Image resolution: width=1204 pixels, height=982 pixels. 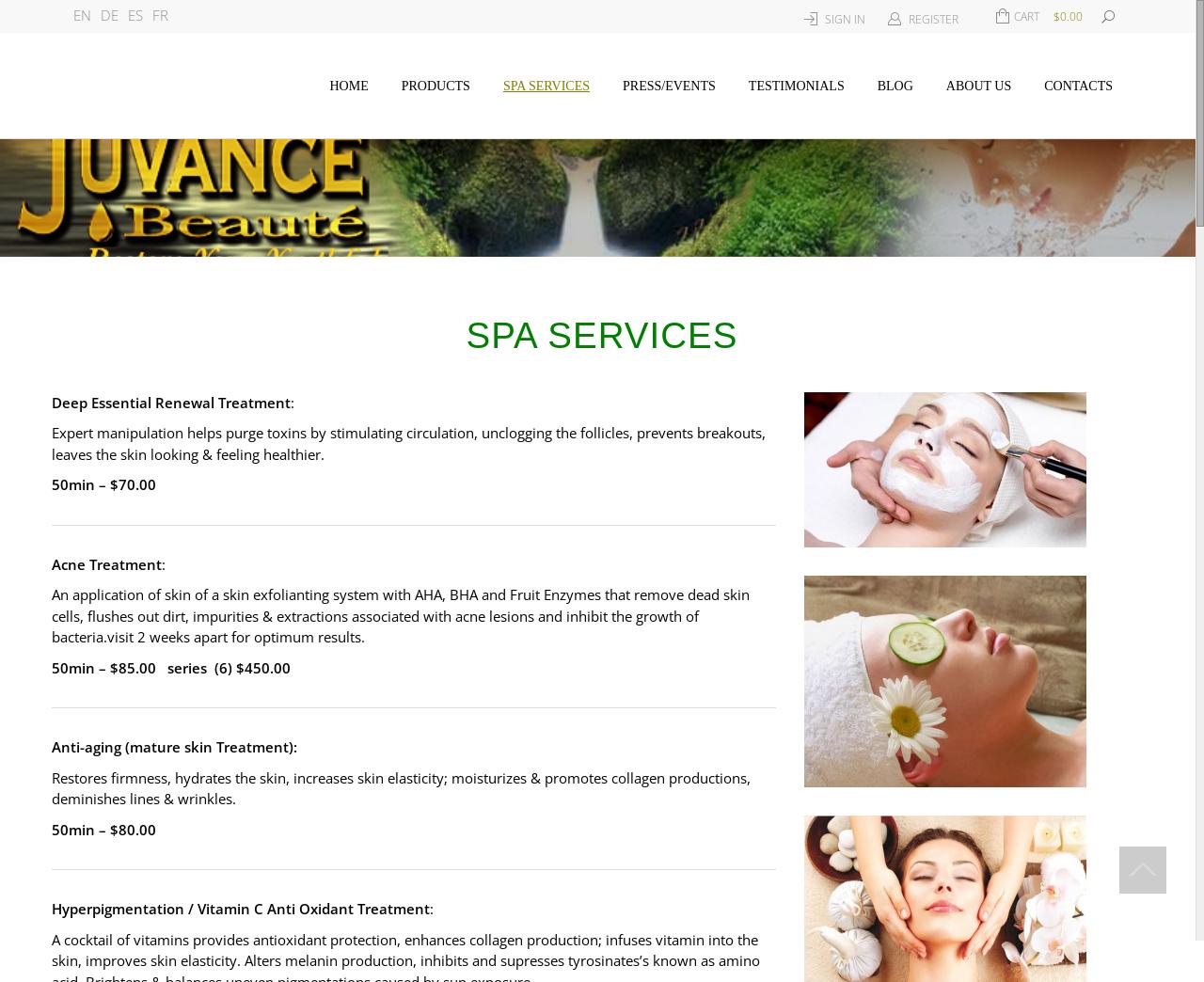 What do you see at coordinates (399, 614) in the screenshot?
I see `'An application of skin of a skin exfolianting system with AHA, BHA and Fruit Enzymes that remove dead skin cells, flushes out dirt, impurities & extractions associated with acne lesions and inhibit the growth of bacteria.visit 2 weeks apart for optimum results.'` at bounding box center [399, 614].